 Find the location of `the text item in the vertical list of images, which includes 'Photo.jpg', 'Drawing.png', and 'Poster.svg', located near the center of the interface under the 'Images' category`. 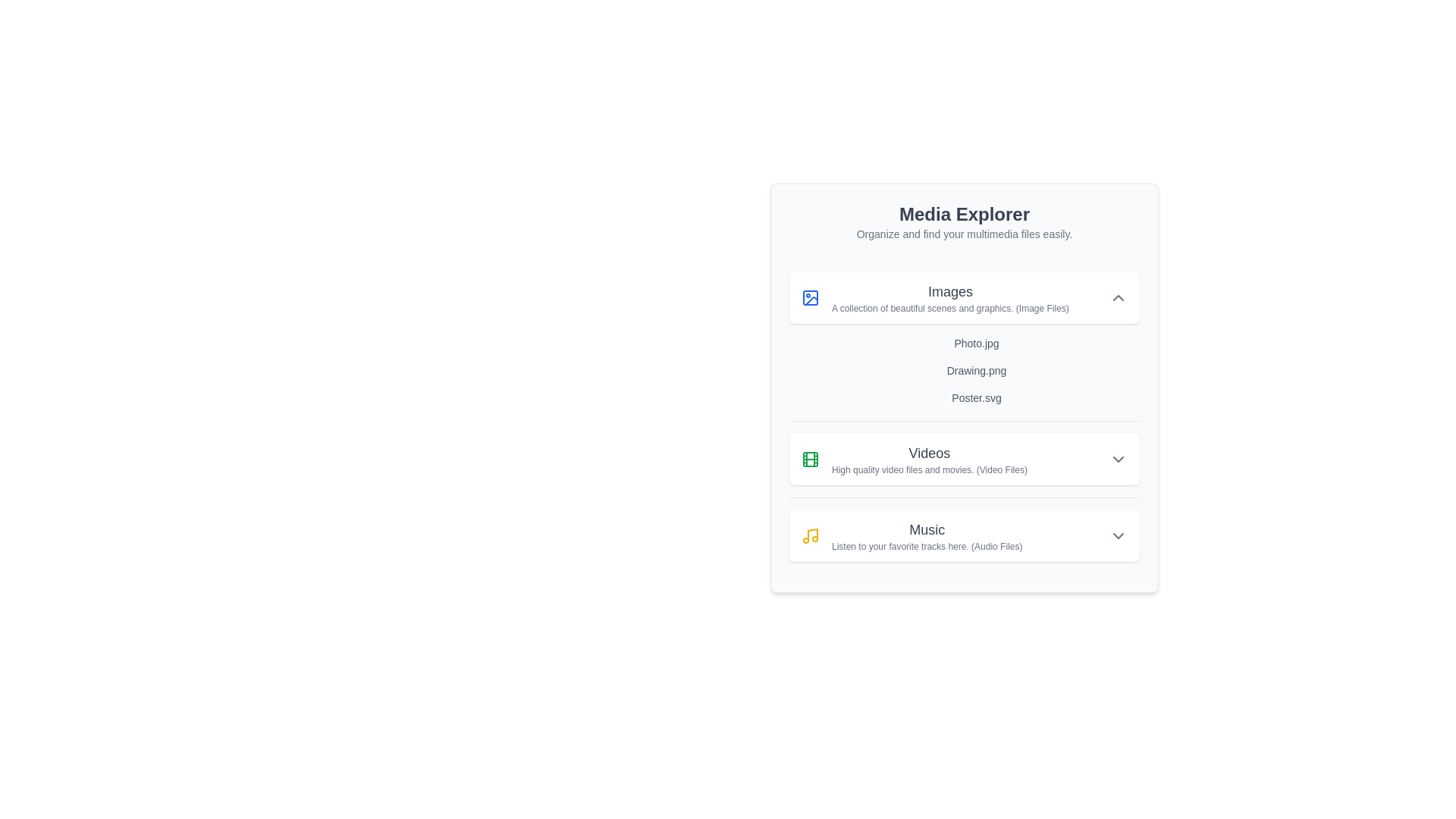

the text item in the vertical list of images, which includes 'Photo.jpg', 'Drawing.png', and 'Poster.svg', located near the center of the interface under the 'Images' category is located at coordinates (976, 371).